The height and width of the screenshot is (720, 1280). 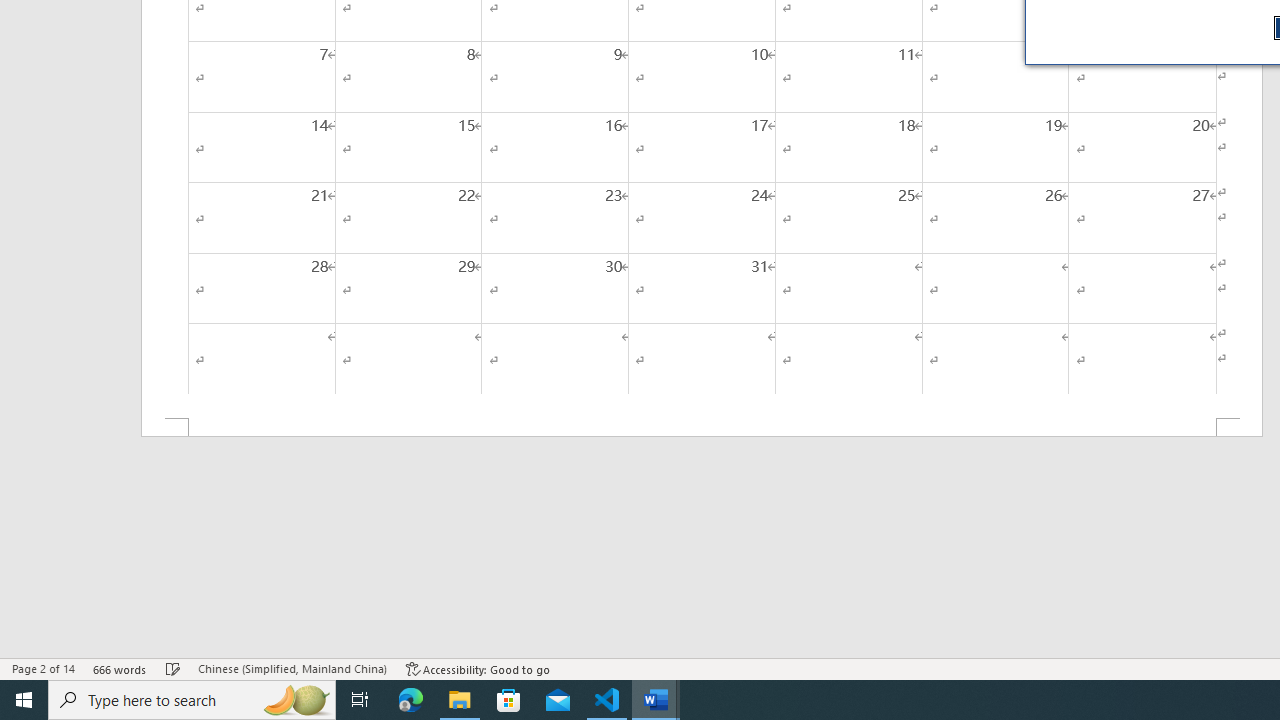 I want to click on 'Word - 2 running windows', so click(x=656, y=698).